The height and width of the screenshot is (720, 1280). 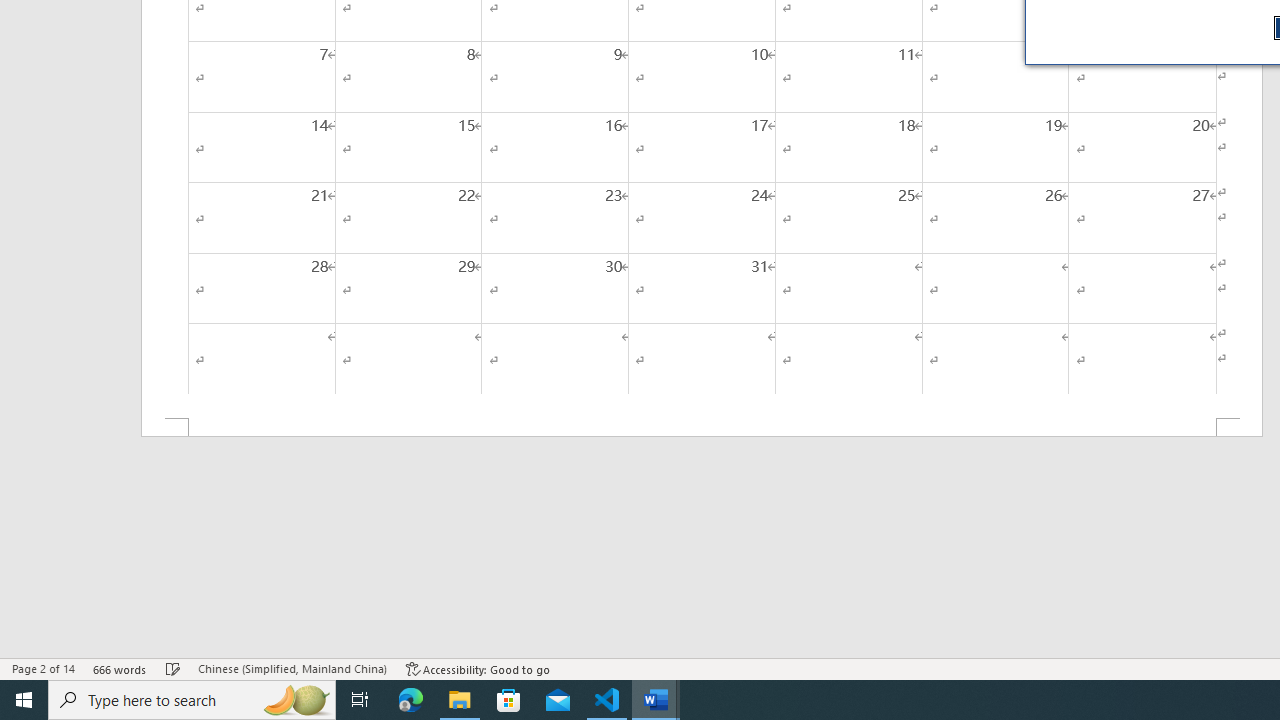 I want to click on 'Word - 2 running windows', so click(x=656, y=698).